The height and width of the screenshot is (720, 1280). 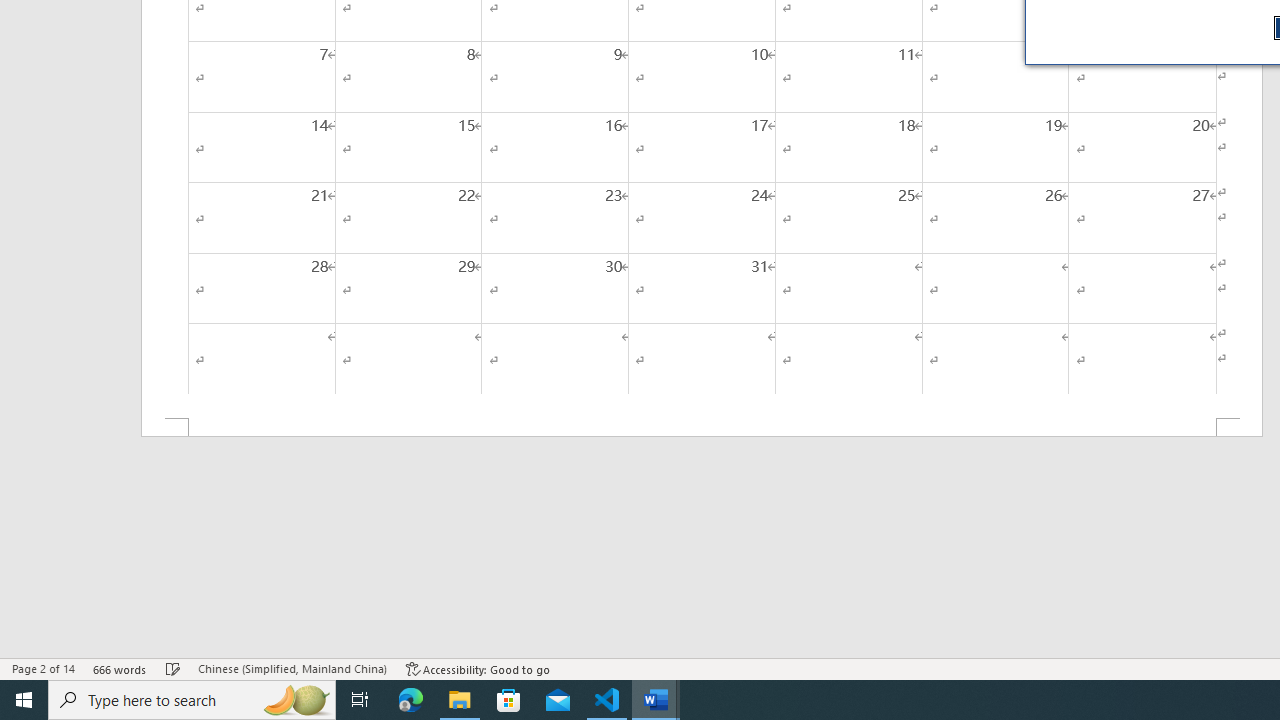 I want to click on 'Word - 2 running windows', so click(x=656, y=698).